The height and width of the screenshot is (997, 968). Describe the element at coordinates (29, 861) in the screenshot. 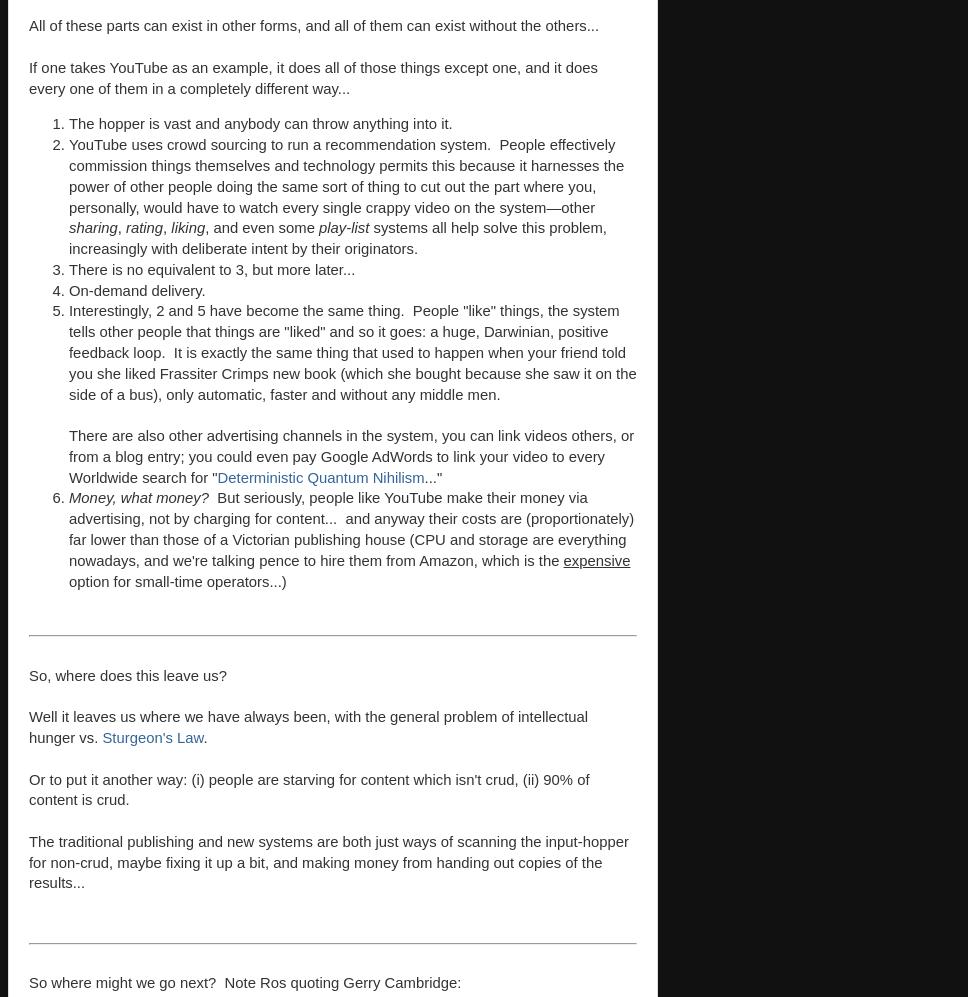

I see `'The traditional publishing and new systems are both just ways of scanning the input-hopper for non-crud, maybe fixing it up a bit, and making money from handing out copies of the results...'` at that location.